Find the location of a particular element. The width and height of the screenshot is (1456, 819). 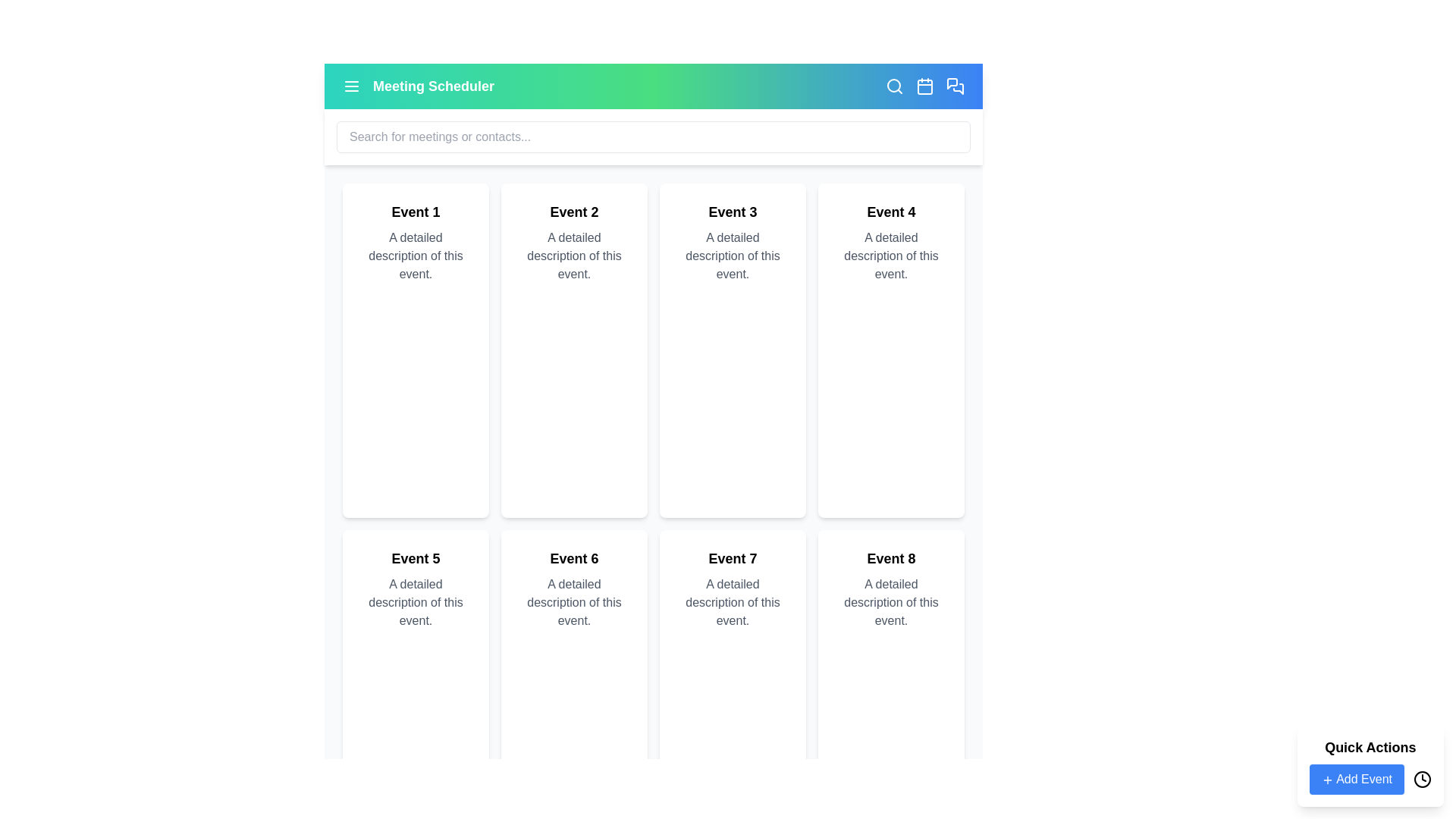

header text displaying 'Event 8', which is a bolded title at the top of the card, positioned in the bottom-right corner of the grid layout is located at coordinates (891, 558).